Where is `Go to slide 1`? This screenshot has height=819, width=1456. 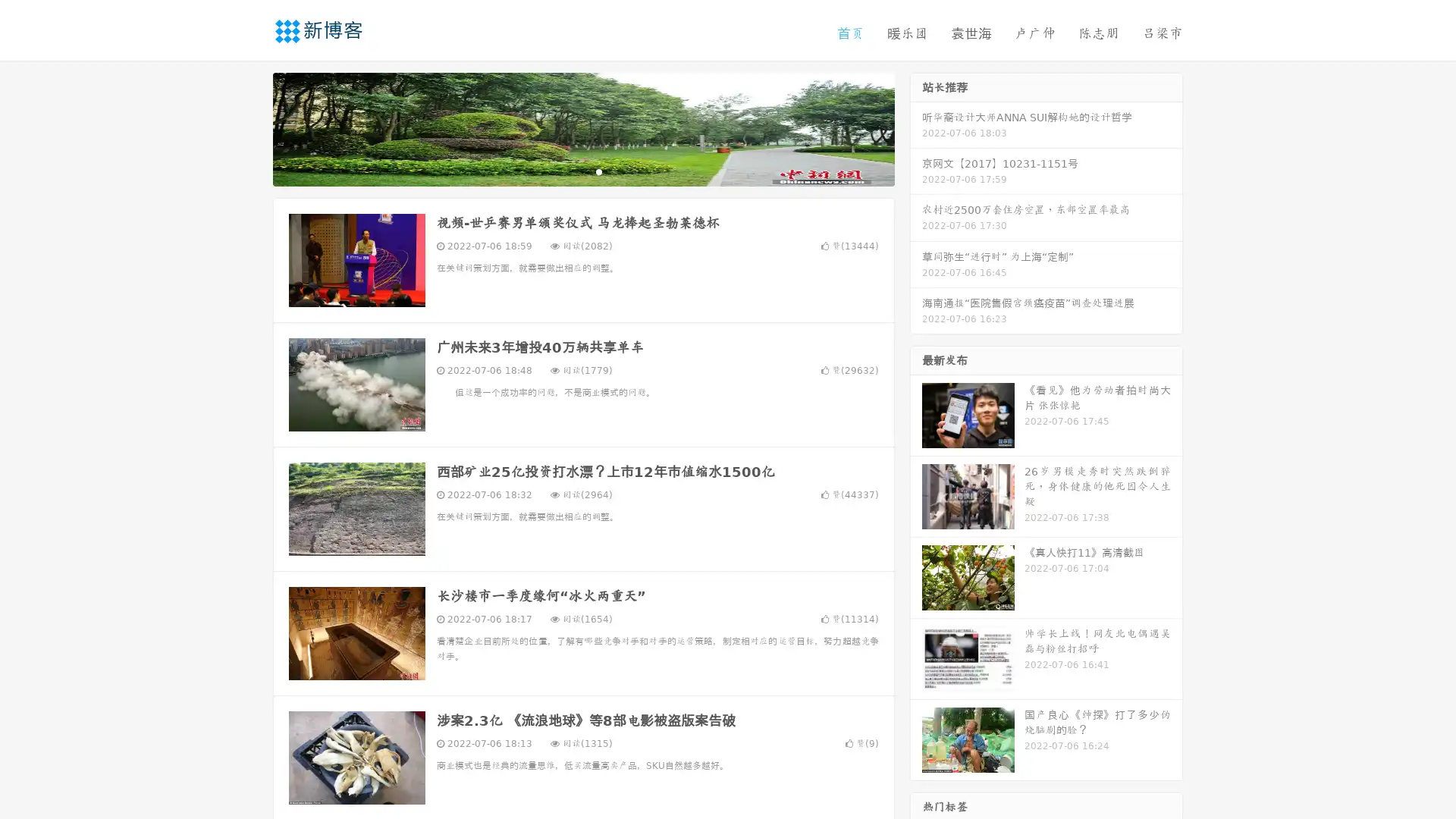
Go to slide 1 is located at coordinates (567, 171).